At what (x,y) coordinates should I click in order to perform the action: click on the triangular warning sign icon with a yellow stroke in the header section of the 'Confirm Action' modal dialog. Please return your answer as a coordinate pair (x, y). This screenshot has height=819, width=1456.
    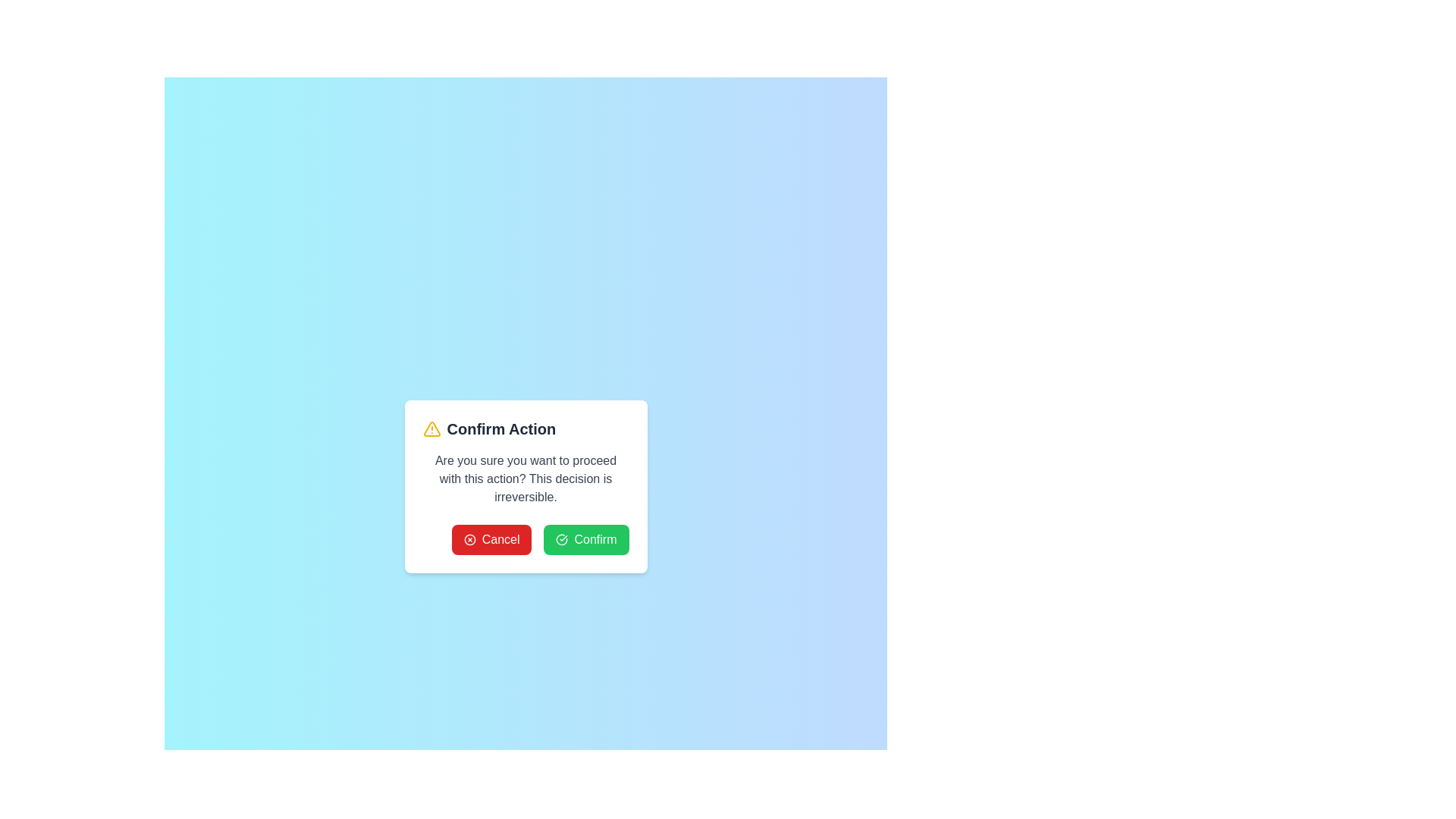
    Looking at the image, I should click on (431, 429).